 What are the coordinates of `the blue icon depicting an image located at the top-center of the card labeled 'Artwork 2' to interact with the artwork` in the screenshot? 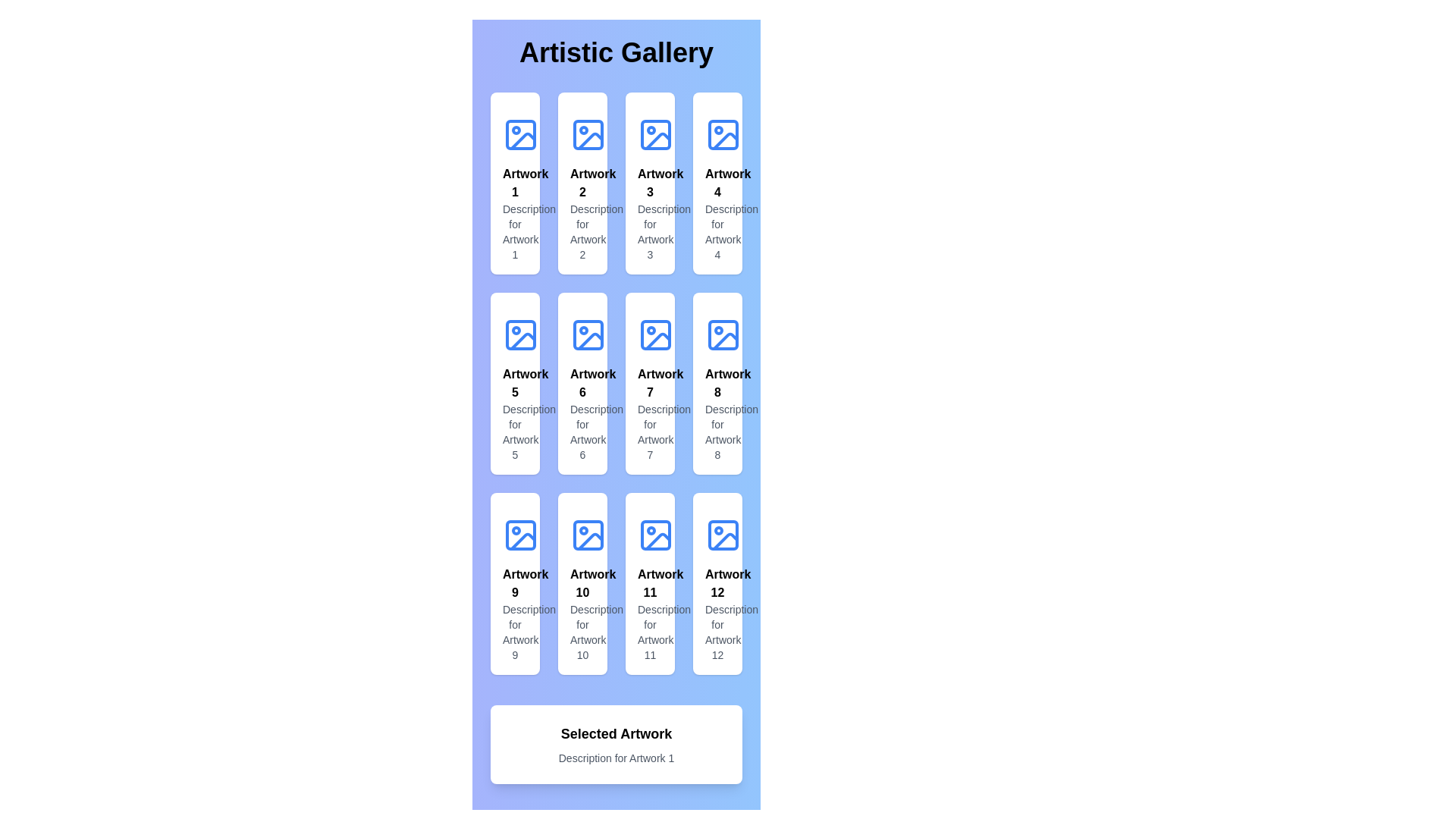 It's located at (588, 133).